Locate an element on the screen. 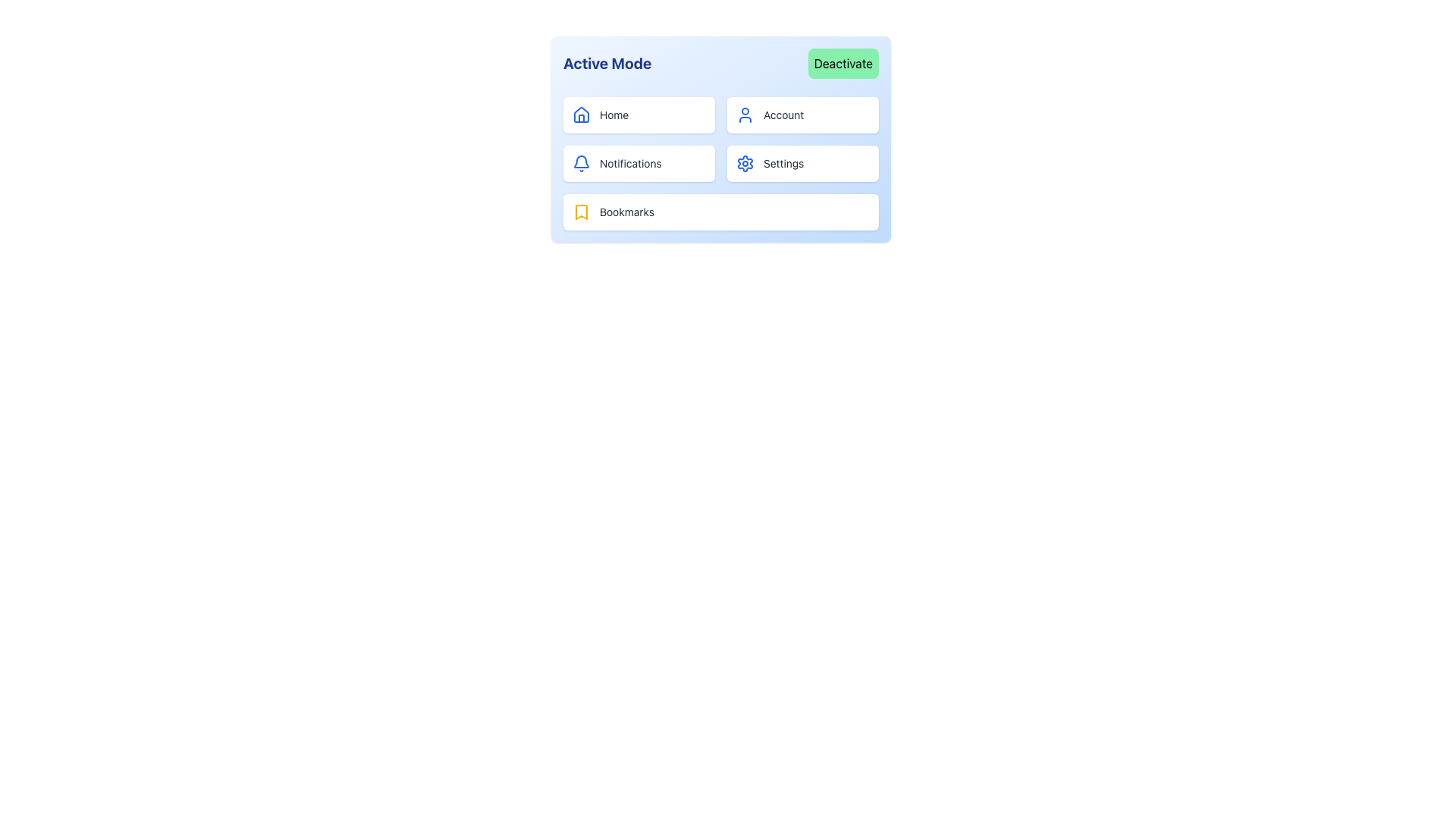 The height and width of the screenshot is (819, 1456). the Account button located in the top-right corner of the navigation options grid is located at coordinates (802, 114).